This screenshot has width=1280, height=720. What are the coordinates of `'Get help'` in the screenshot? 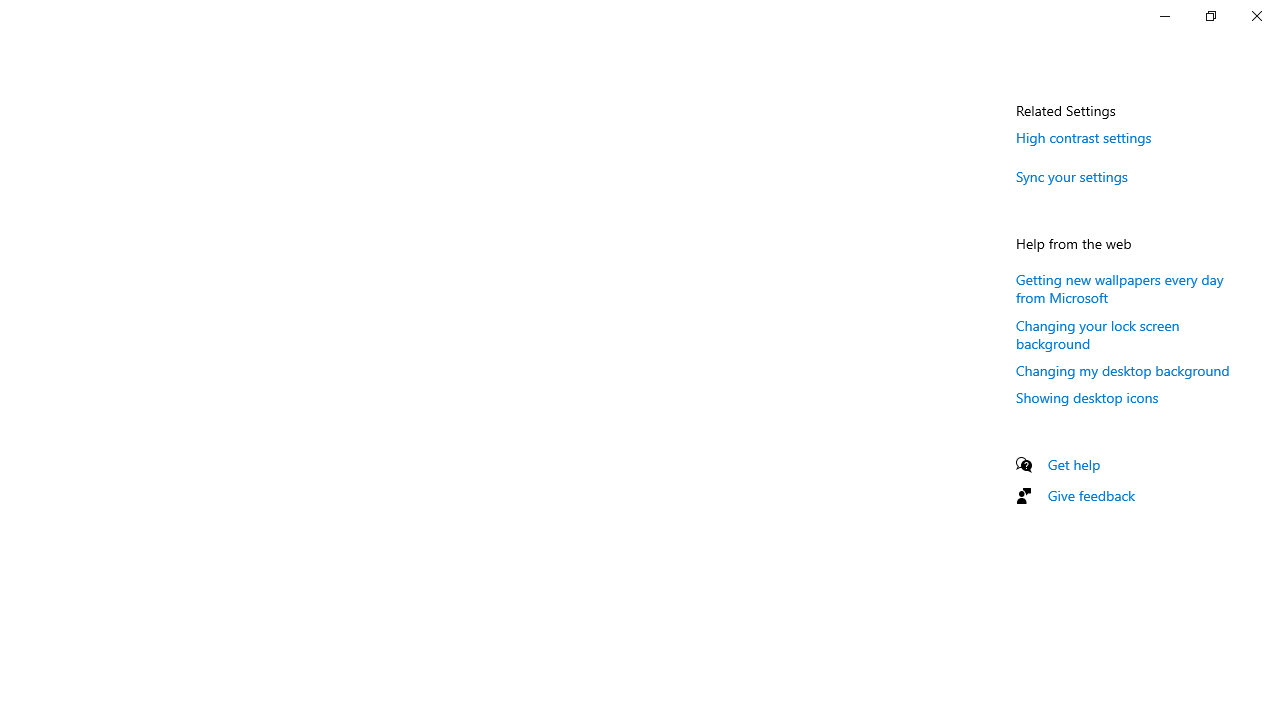 It's located at (1073, 464).